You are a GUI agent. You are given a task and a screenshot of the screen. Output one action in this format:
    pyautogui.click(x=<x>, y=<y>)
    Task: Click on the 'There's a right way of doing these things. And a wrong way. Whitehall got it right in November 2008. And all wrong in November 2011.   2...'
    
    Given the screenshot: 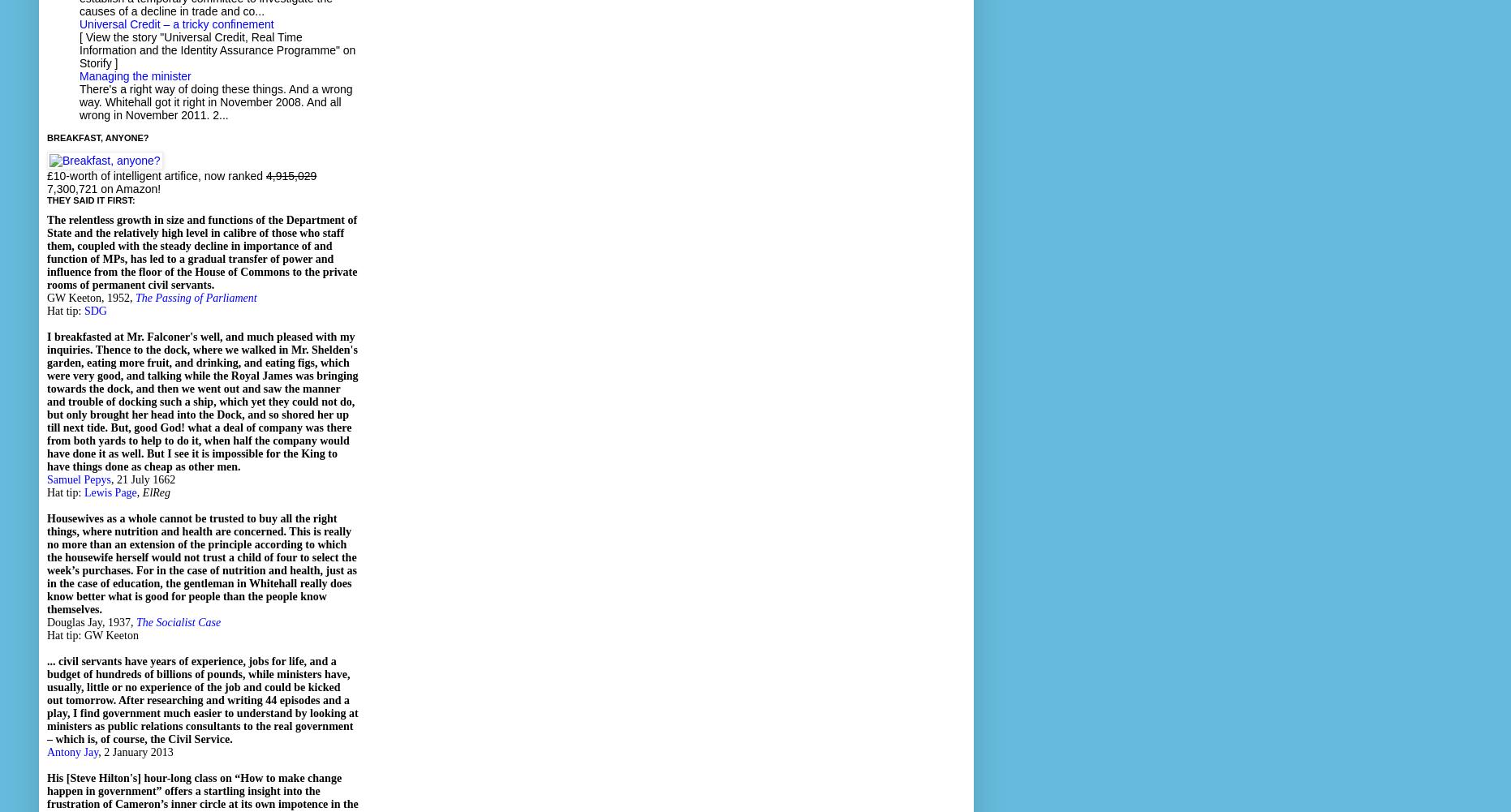 What is the action you would take?
    pyautogui.click(x=216, y=101)
    